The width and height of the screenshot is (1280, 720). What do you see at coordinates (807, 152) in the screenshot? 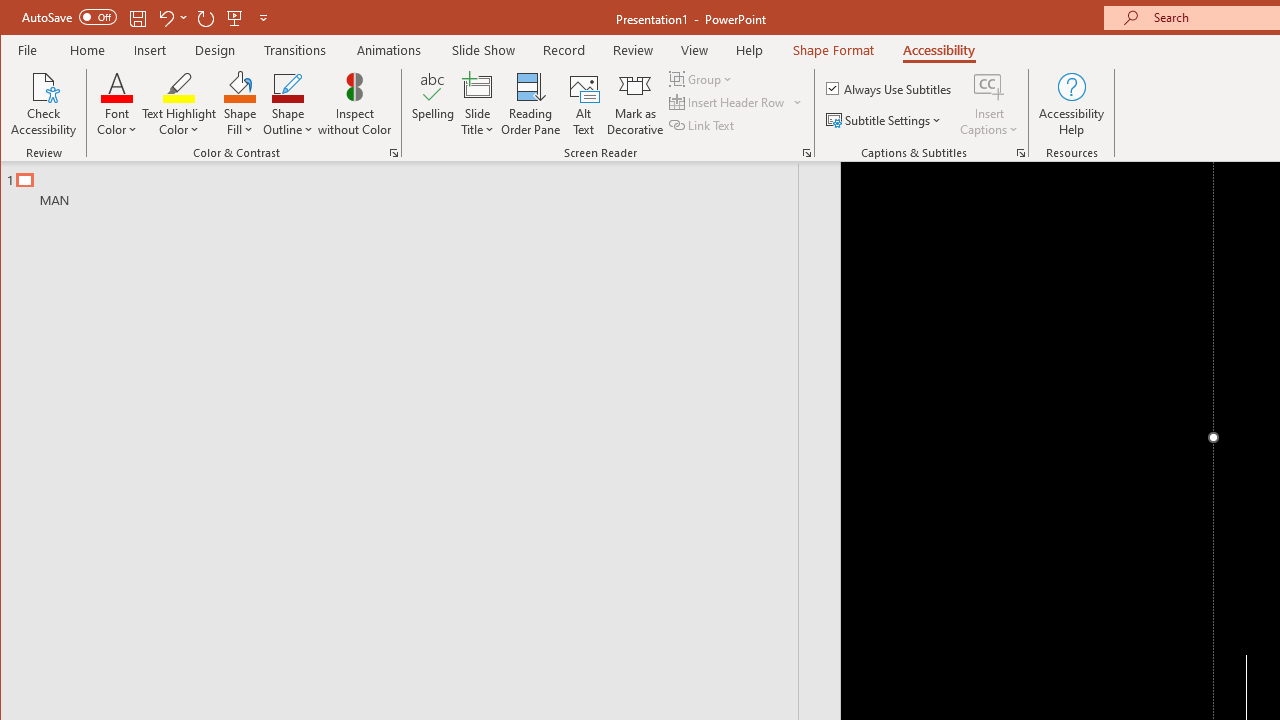
I see `'Screen Reader'` at bounding box center [807, 152].